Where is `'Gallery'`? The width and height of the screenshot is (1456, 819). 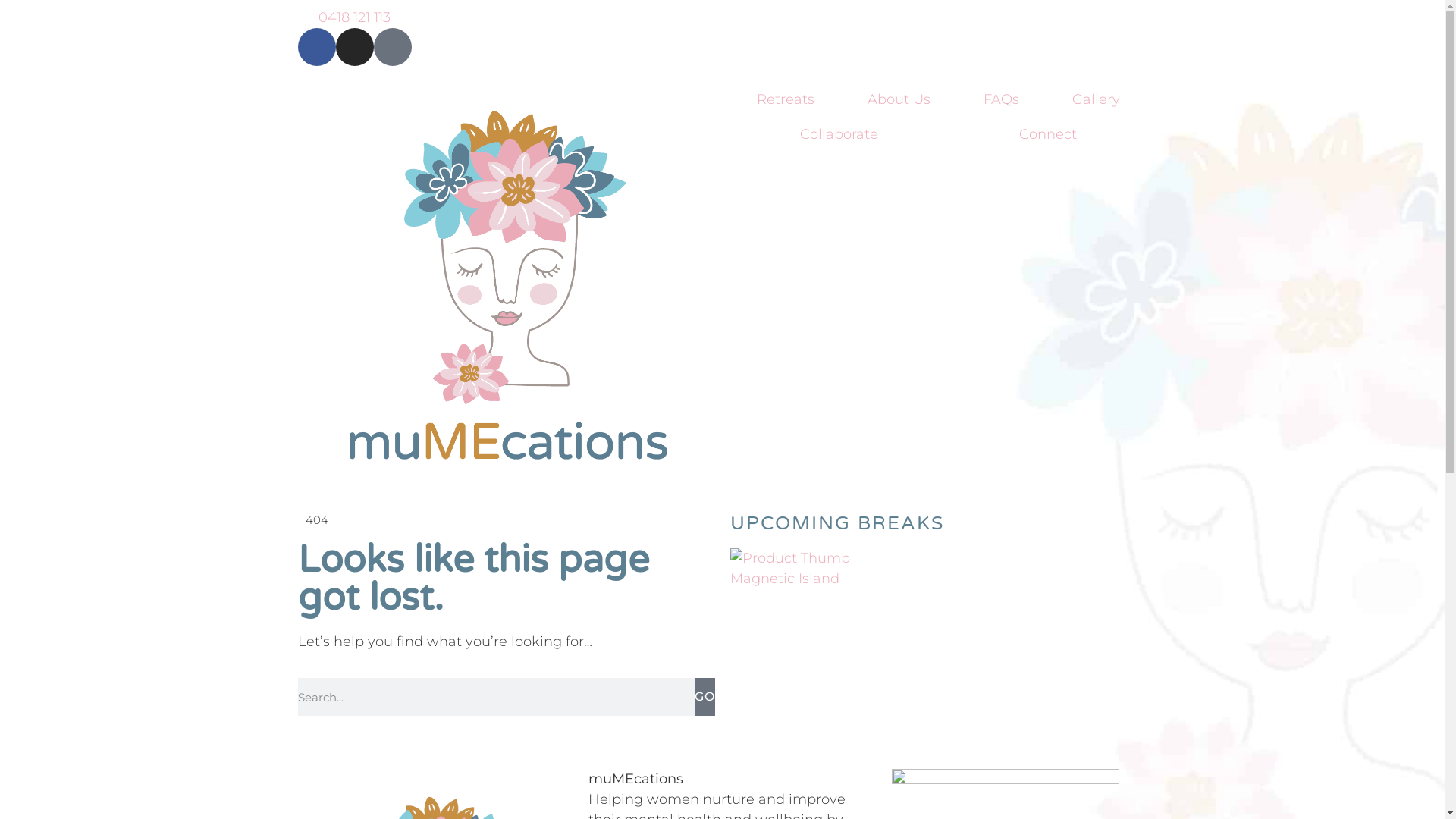
'Gallery' is located at coordinates (1096, 99).